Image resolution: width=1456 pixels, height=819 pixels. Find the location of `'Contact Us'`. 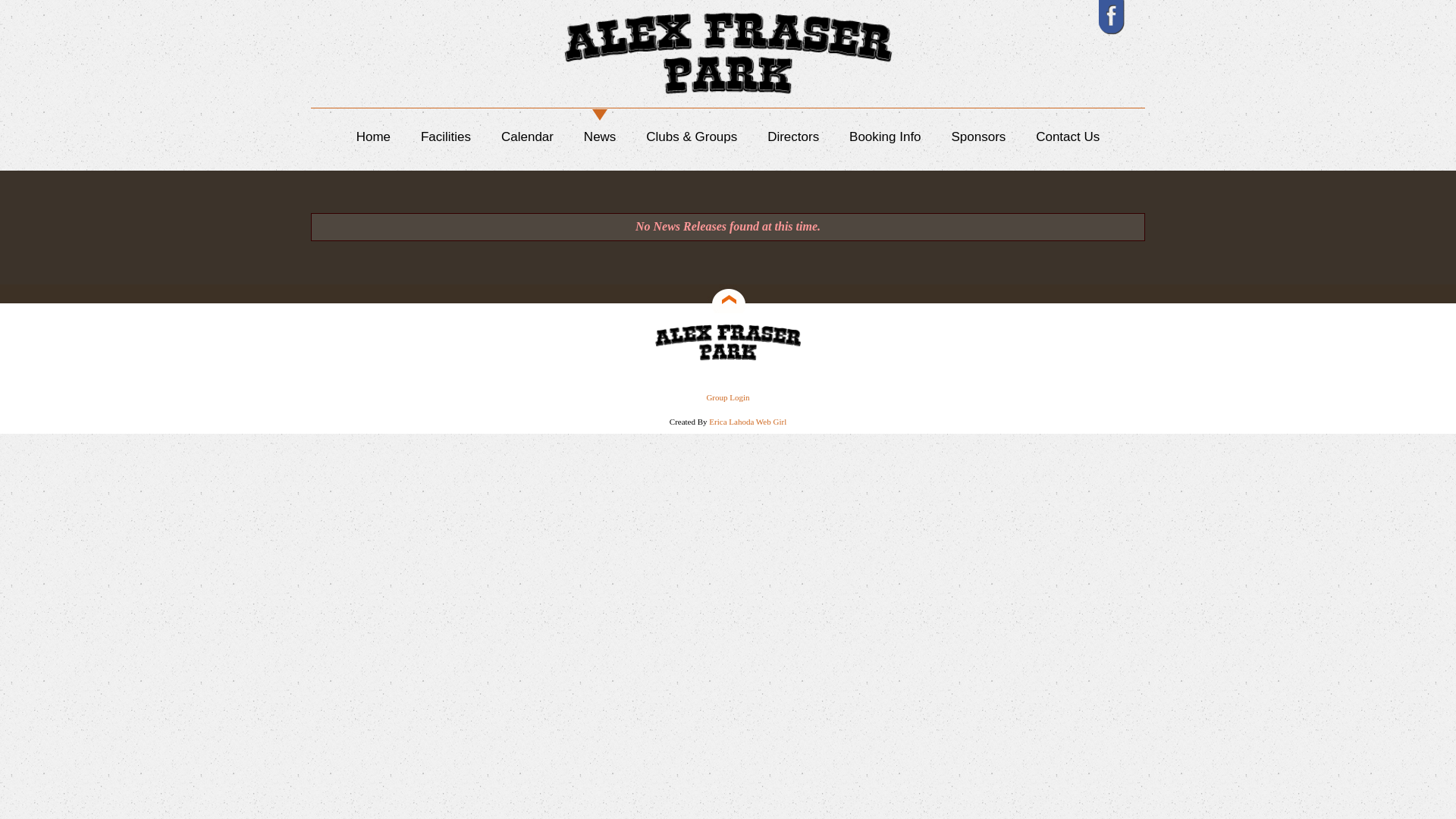

'Contact Us' is located at coordinates (1066, 136).